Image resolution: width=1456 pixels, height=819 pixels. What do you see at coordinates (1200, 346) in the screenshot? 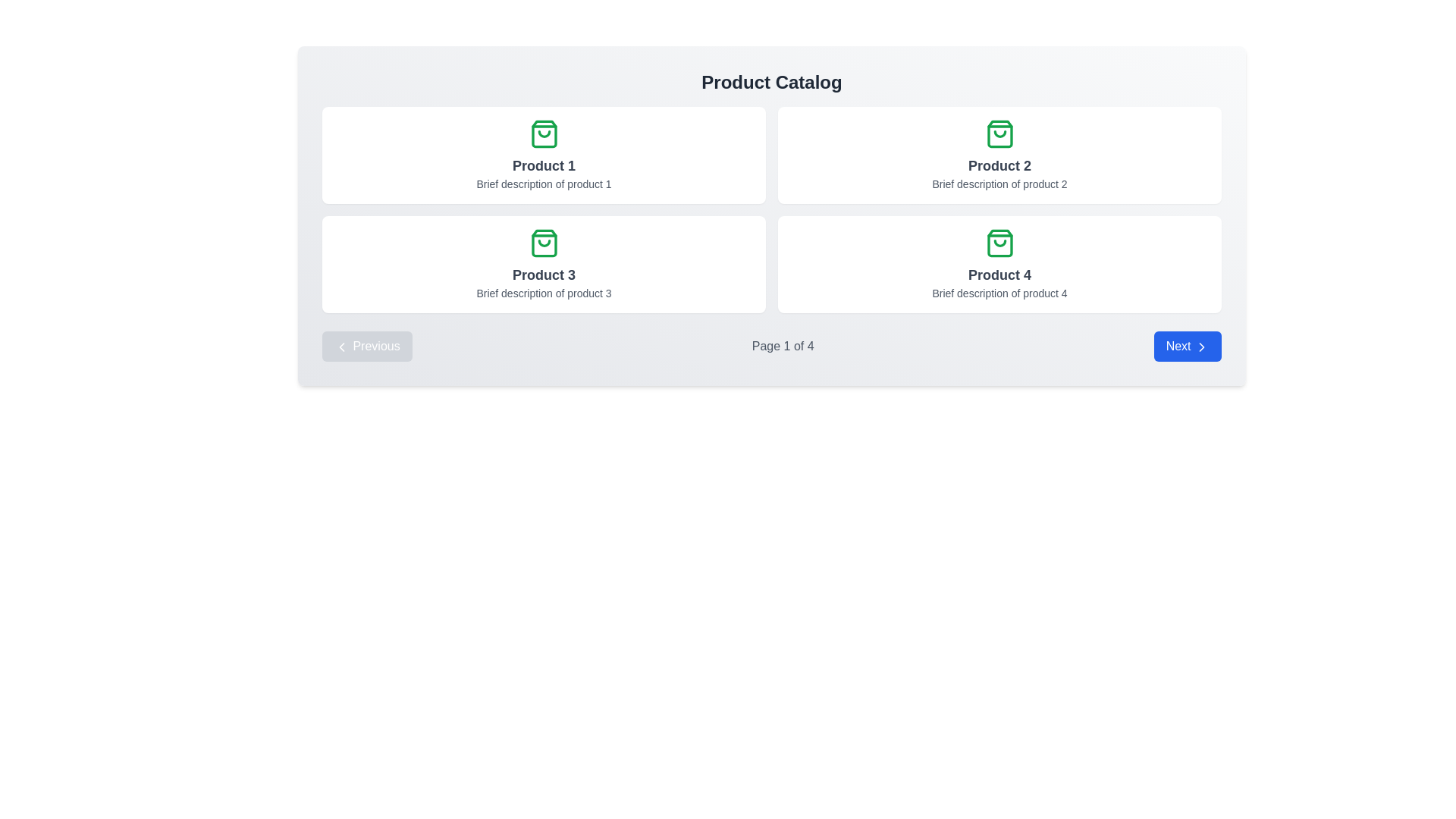
I see `the right-pointing chevron icon within the blue 'Next' button located at the bottom-right corner of the interface` at bounding box center [1200, 346].